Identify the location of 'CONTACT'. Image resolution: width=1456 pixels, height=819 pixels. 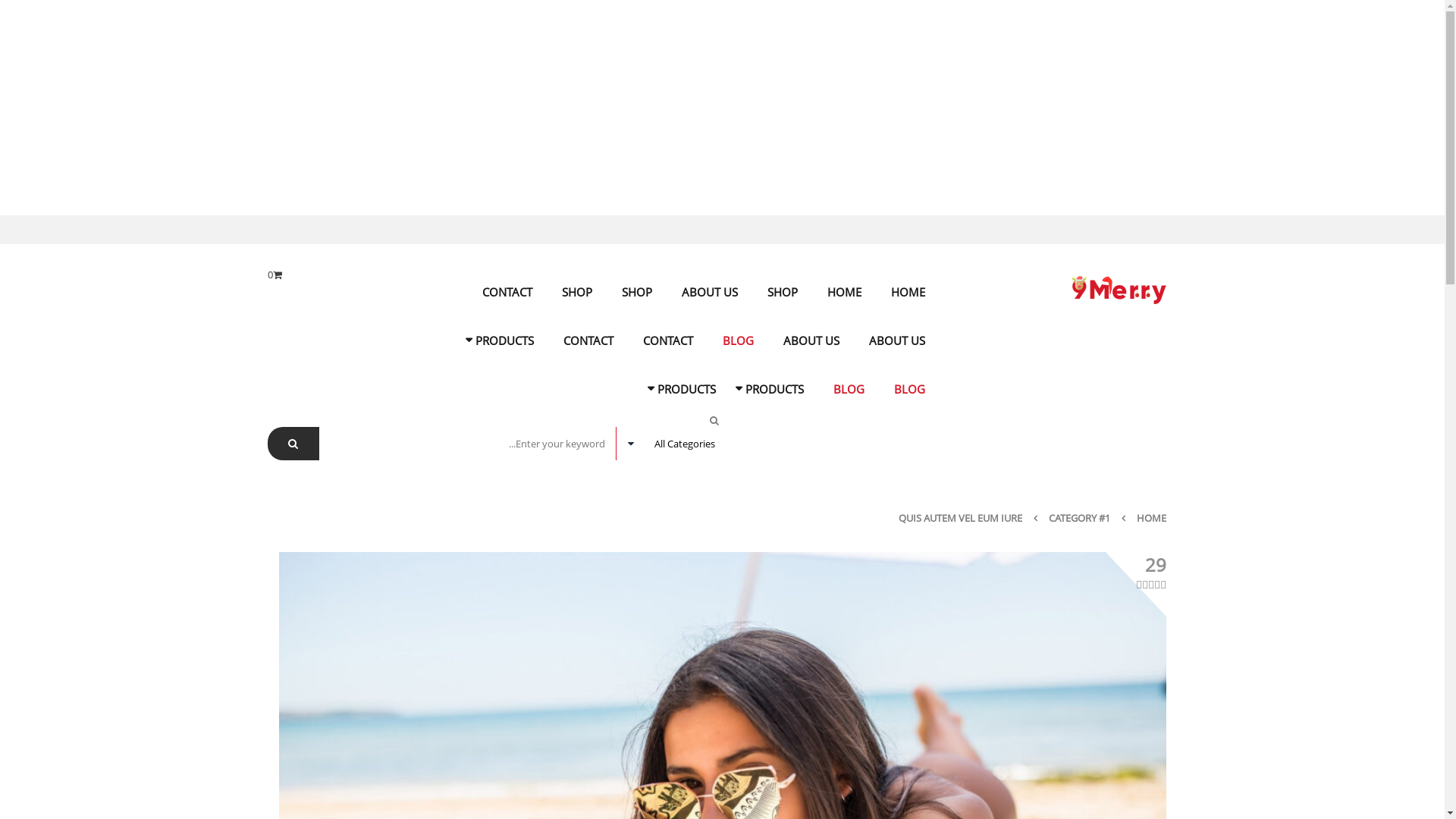
(507, 292).